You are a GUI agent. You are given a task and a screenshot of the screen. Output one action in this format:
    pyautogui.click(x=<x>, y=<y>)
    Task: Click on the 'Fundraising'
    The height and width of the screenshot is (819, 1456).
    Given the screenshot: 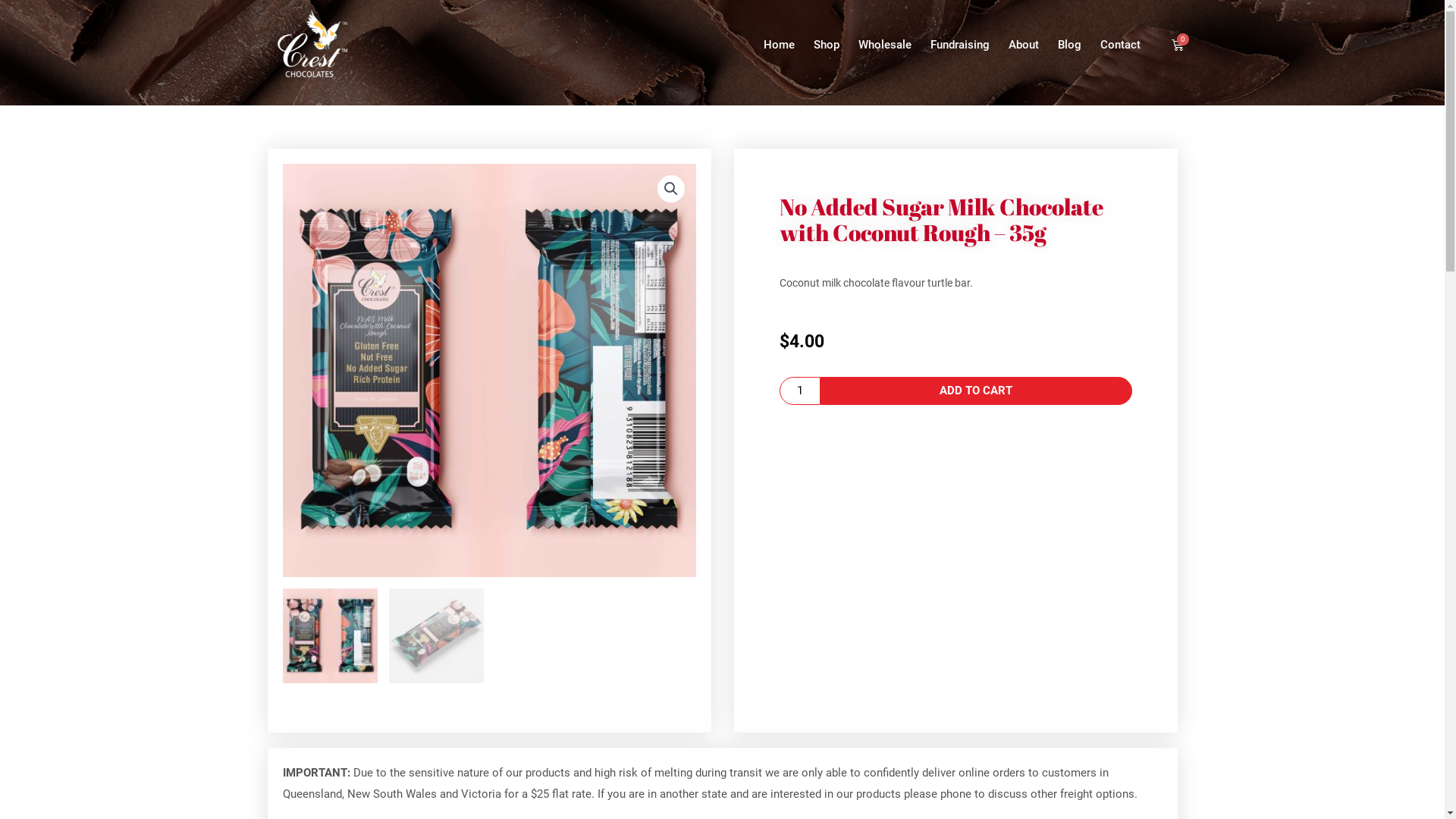 What is the action you would take?
    pyautogui.click(x=959, y=43)
    